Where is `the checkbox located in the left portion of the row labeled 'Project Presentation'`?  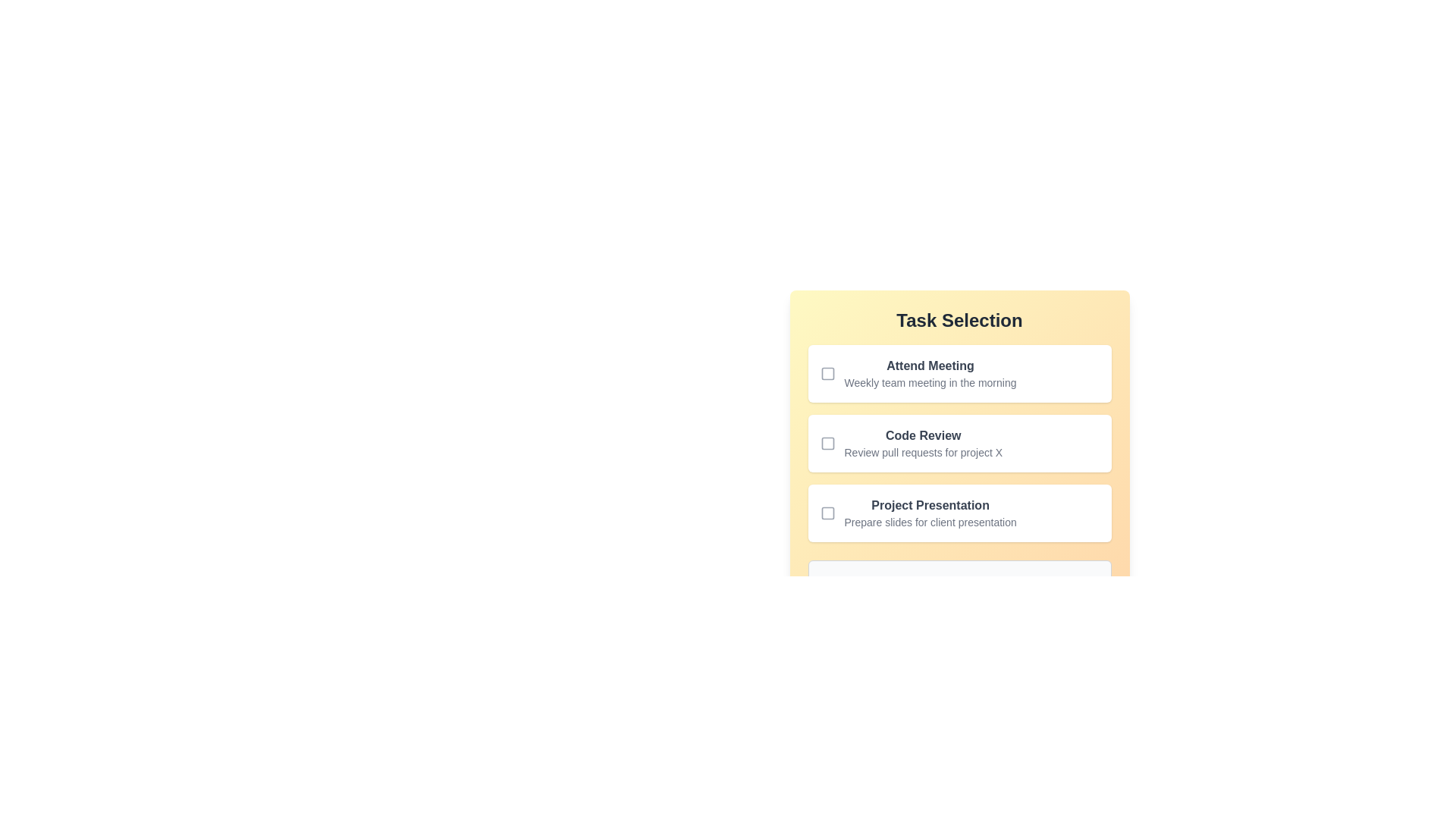
the checkbox located in the left portion of the row labeled 'Project Presentation' is located at coordinates (827, 513).